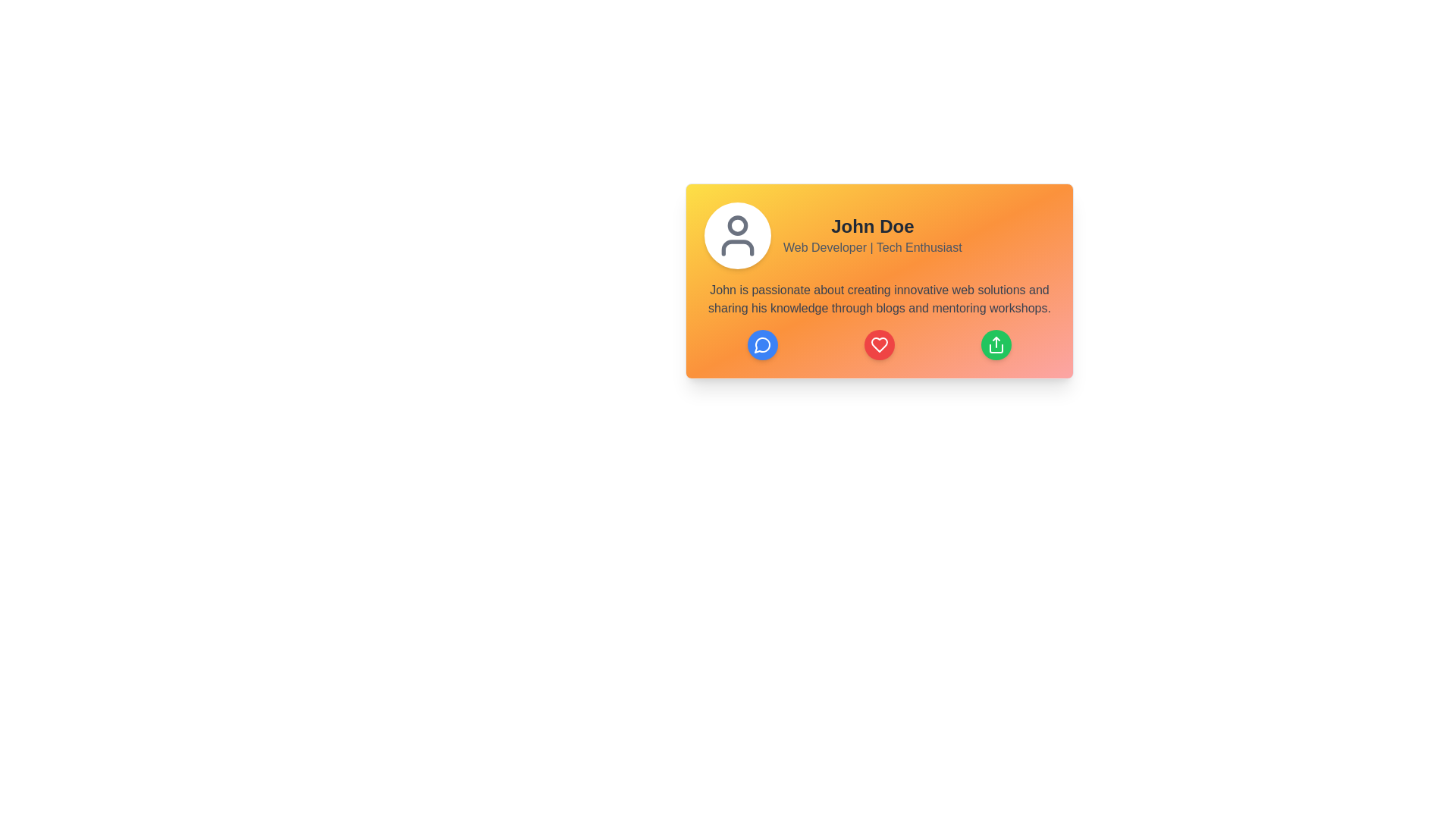 This screenshot has height=819, width=1456. Describe the element at coordinates (763, 345) in the screenshot. I see `the first icon button located at the bottom section of the rectangular card` at that location.